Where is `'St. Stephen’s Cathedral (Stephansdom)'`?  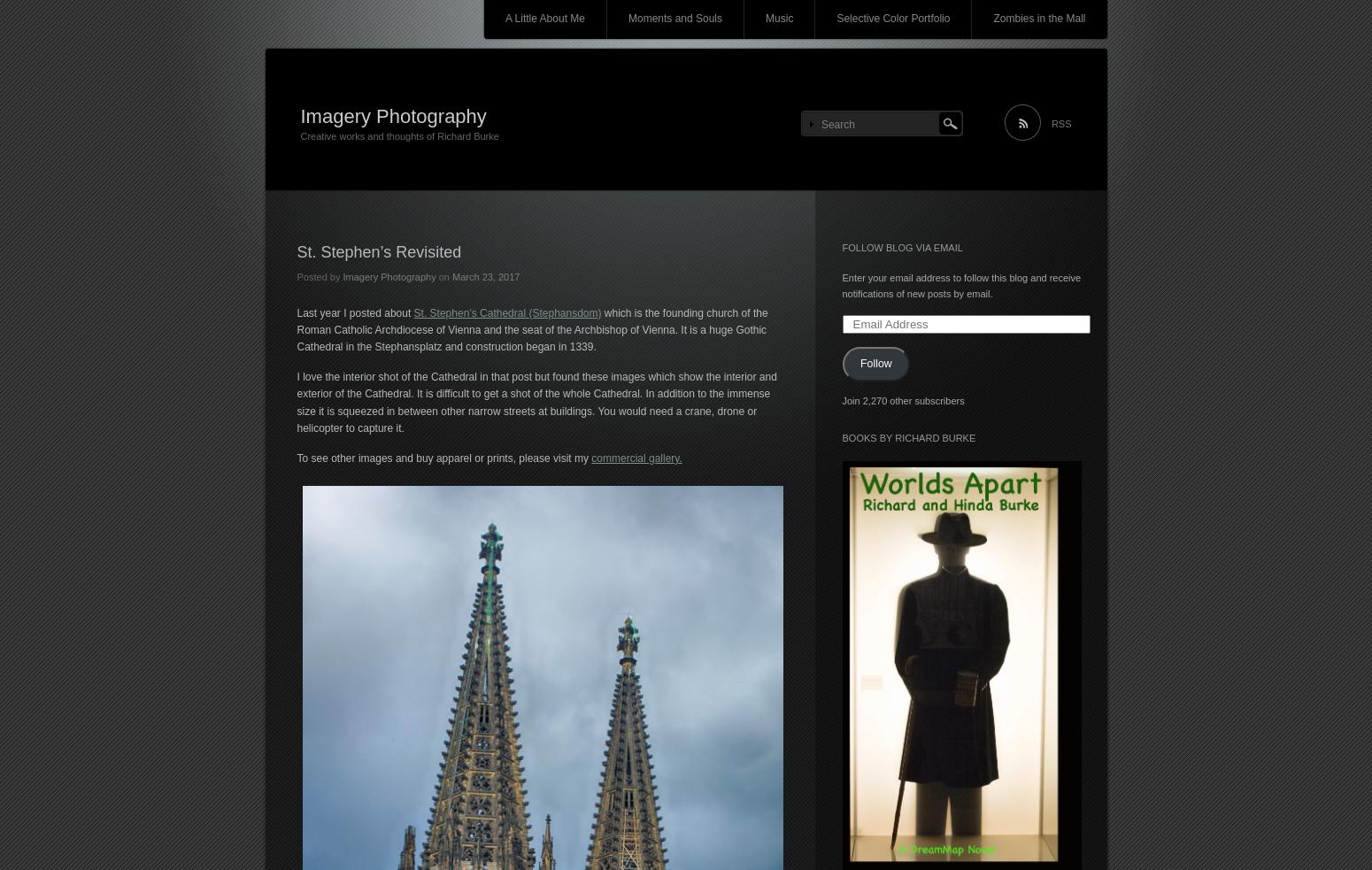 'St. Stephen’s Cathedral (Stephansdom)' is located at coordinates (412, 311).